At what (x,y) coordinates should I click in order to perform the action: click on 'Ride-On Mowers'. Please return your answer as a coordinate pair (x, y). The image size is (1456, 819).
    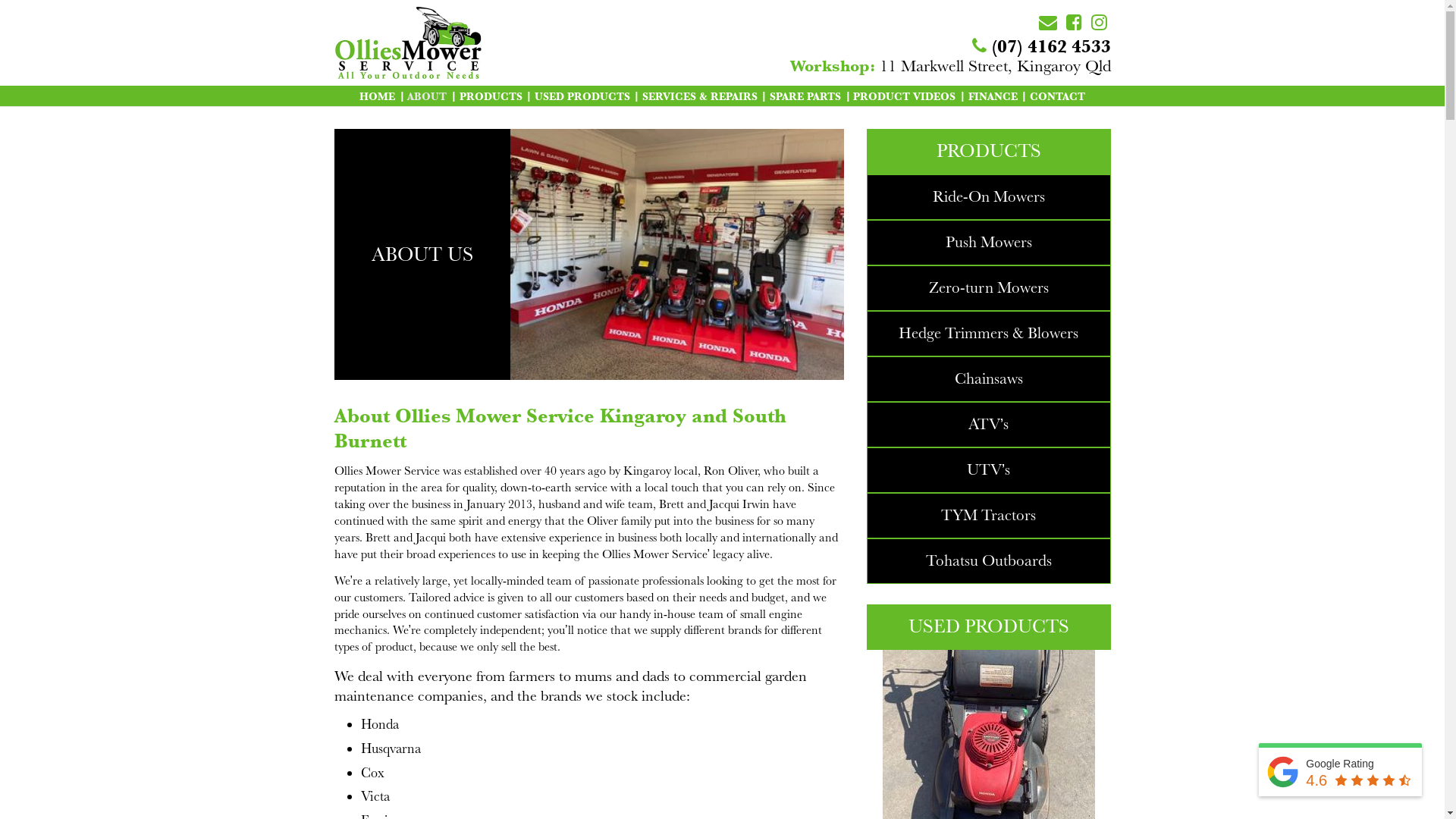
    Looking at the image, I should click on (989, 196).